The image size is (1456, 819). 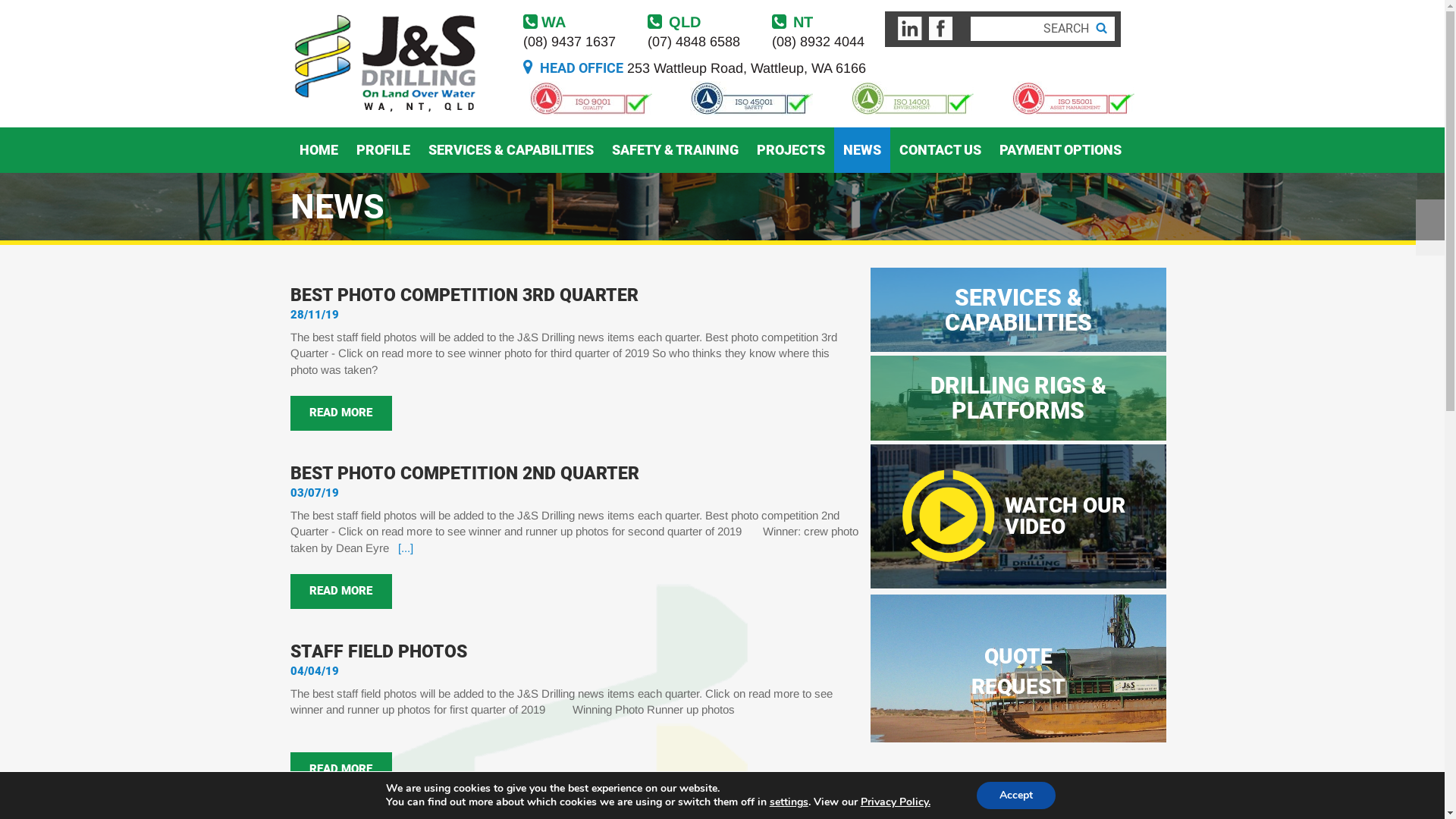 What do you see at coordinates (1059, 149) in the screenshot?
I see `'PAYMENT OPTIONS'` at bounding box center [1059, 149].